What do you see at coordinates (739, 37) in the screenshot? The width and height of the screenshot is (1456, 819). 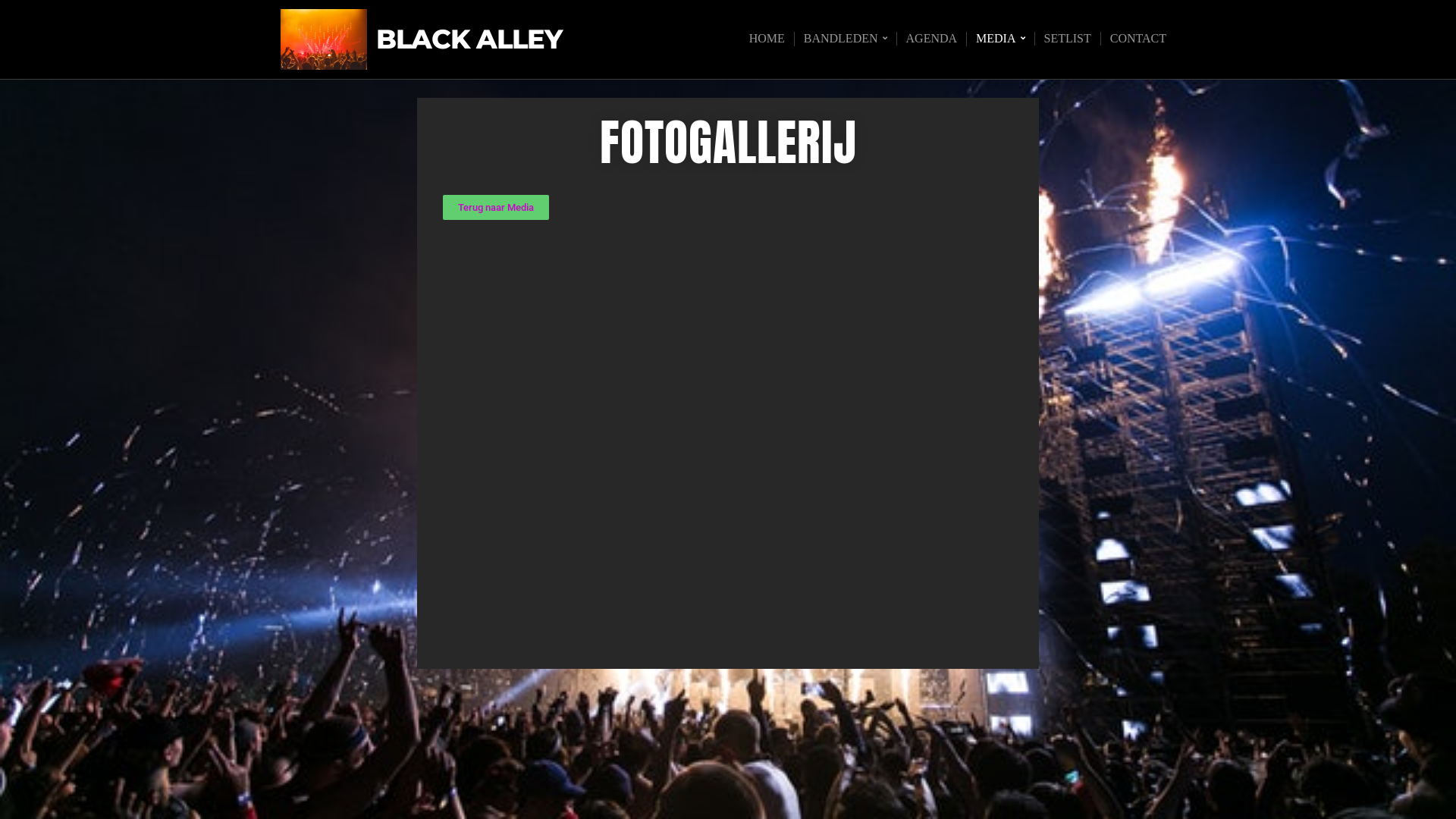 I see `'HOME'` at bounding box center [739, 37].